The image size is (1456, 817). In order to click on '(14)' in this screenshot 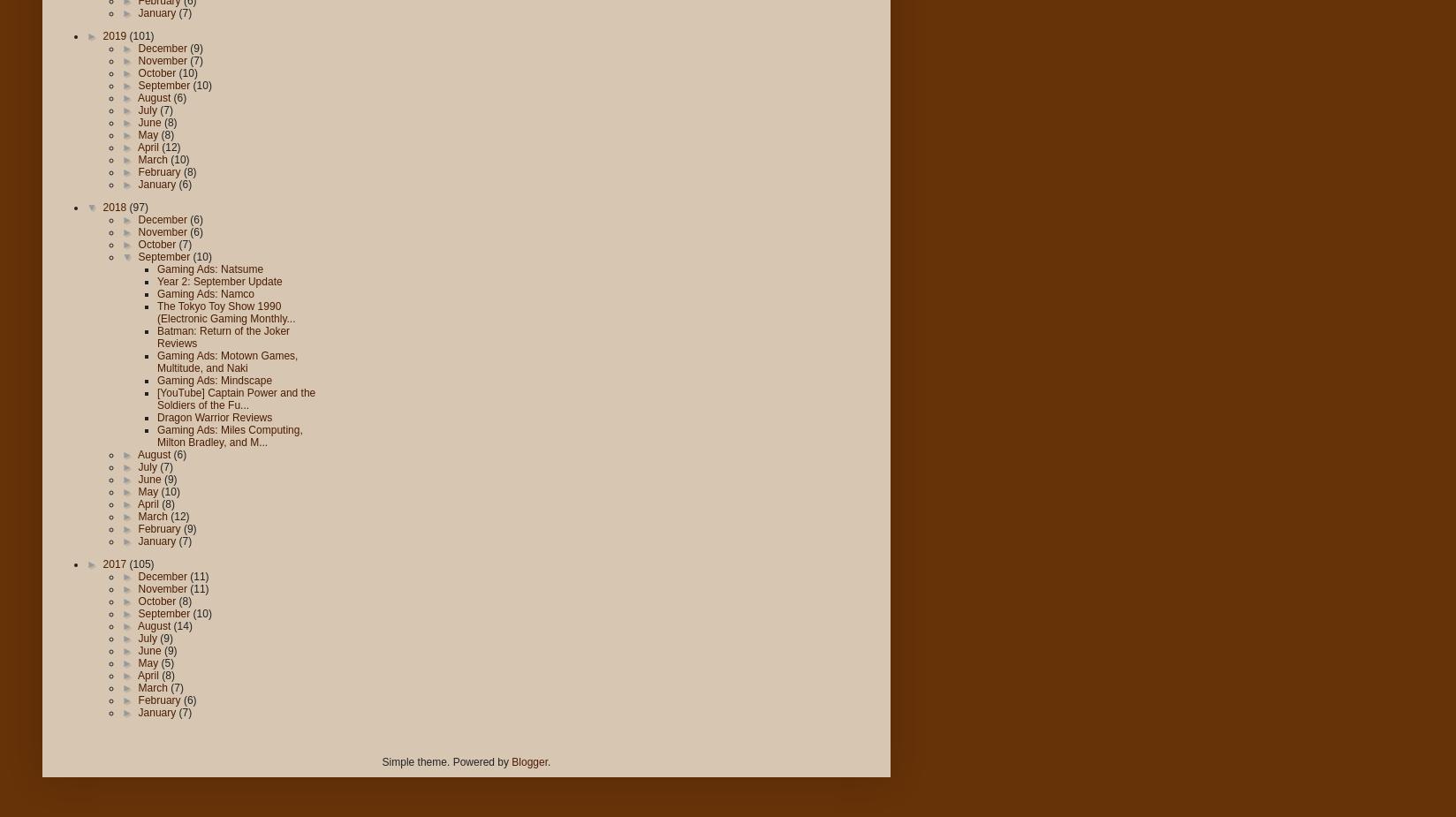, I will do `click(182, 626)`.